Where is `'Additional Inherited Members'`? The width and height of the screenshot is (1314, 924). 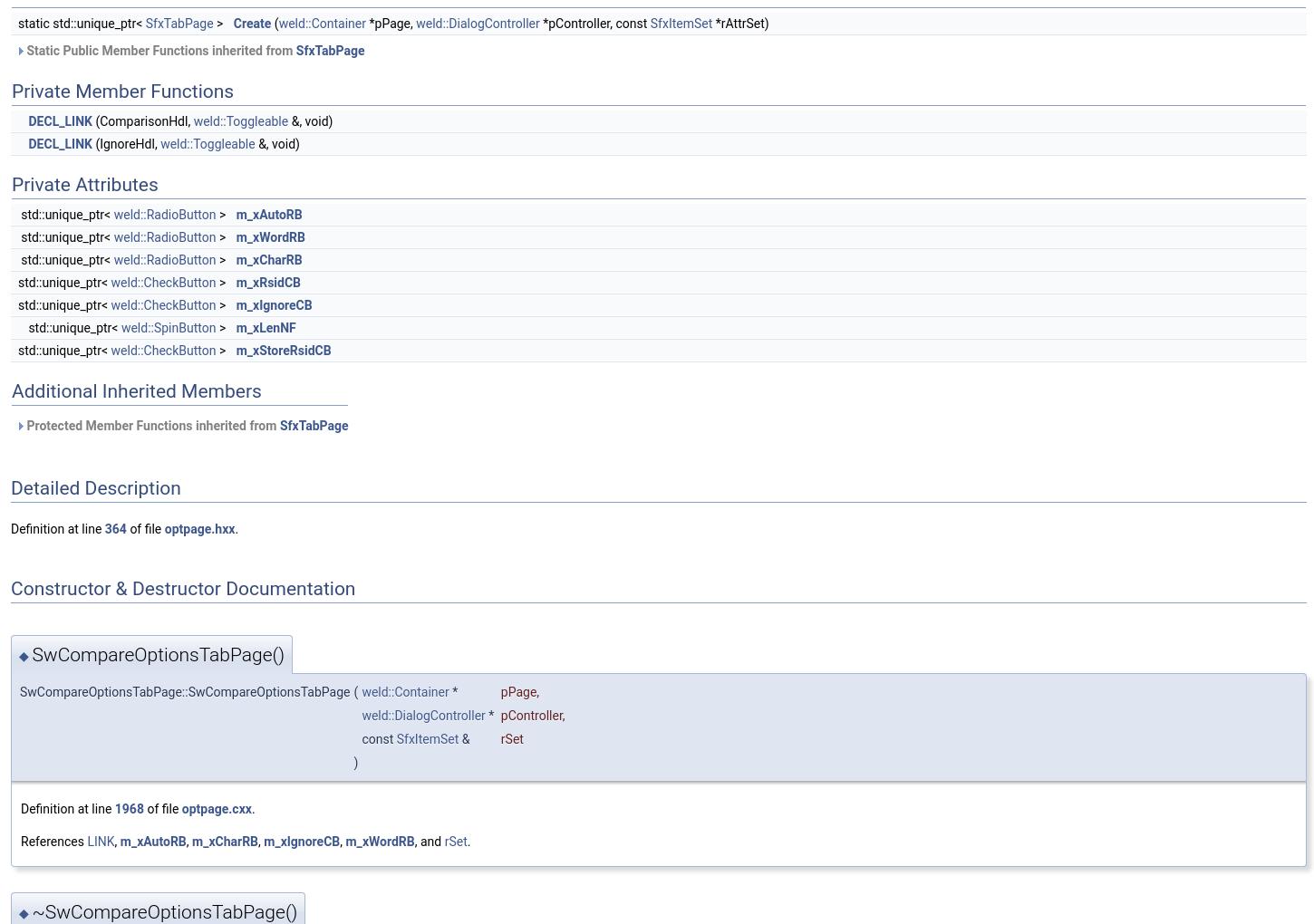 'Additional Inherited Members' is located at coordinates (135, 390).